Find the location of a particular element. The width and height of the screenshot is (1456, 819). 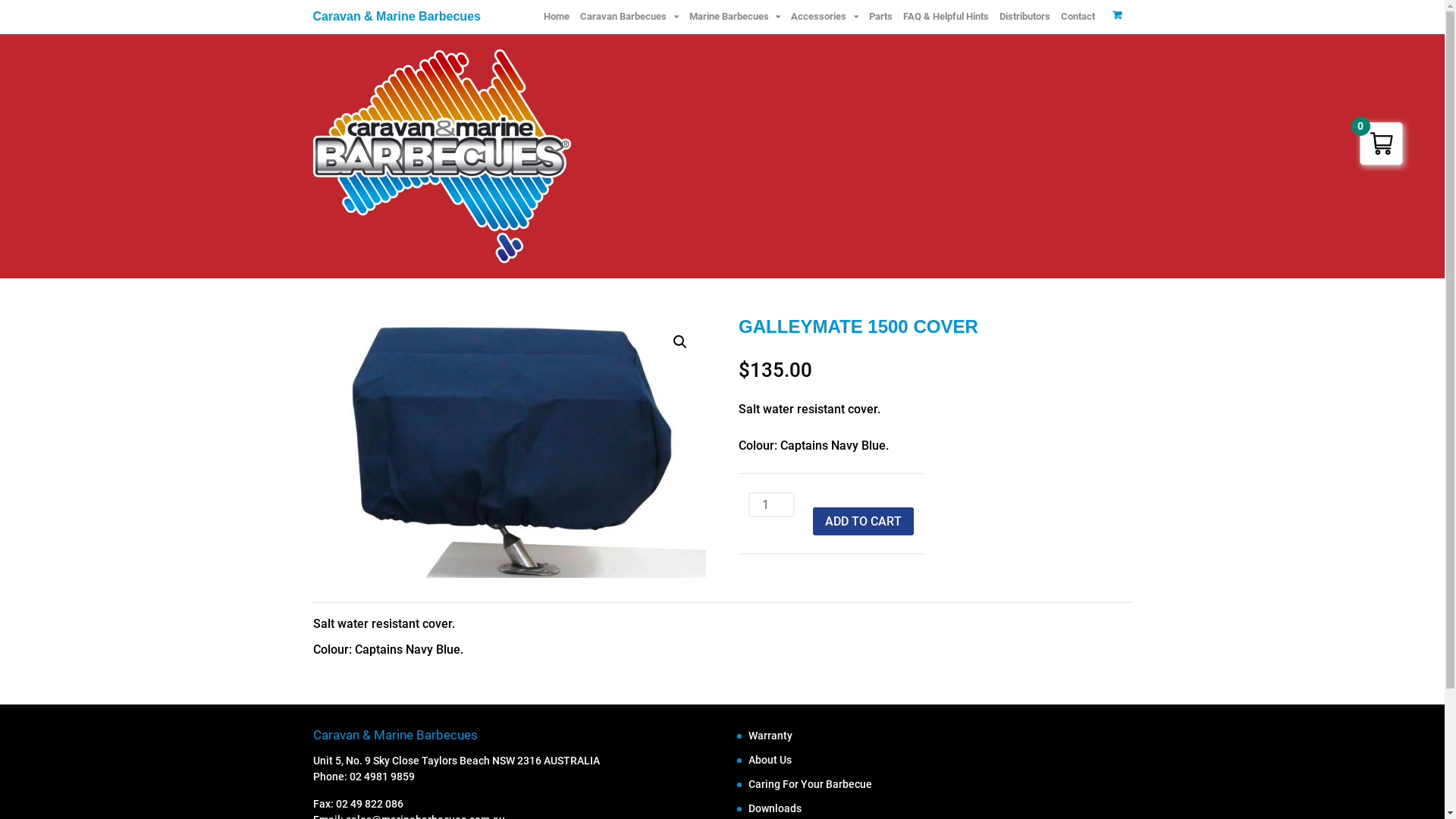

'Downloads' is located at coordinates (748, 807).